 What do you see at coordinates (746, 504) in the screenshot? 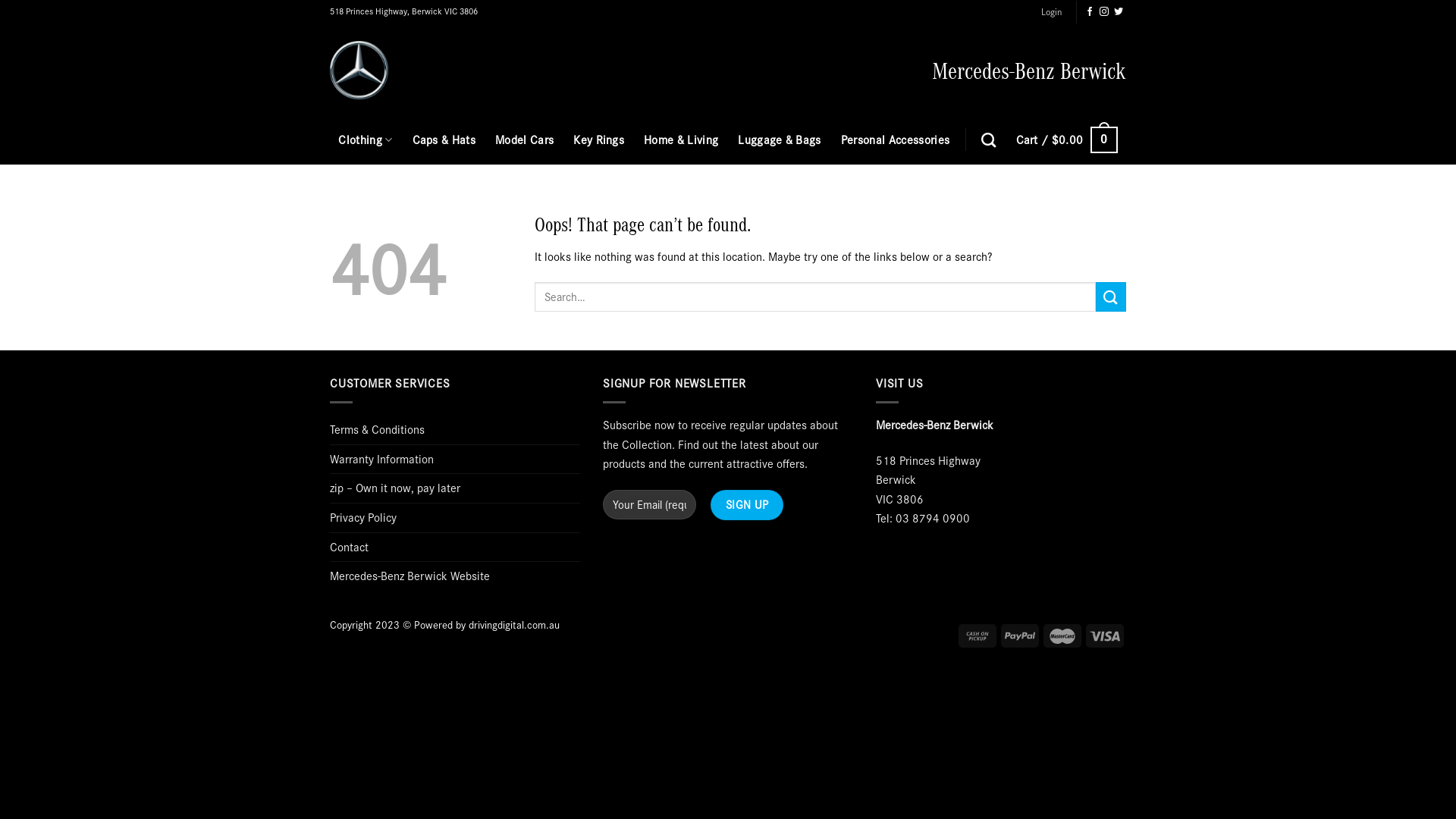
I see `'Sign Up'` at bounding box center [746, 504].